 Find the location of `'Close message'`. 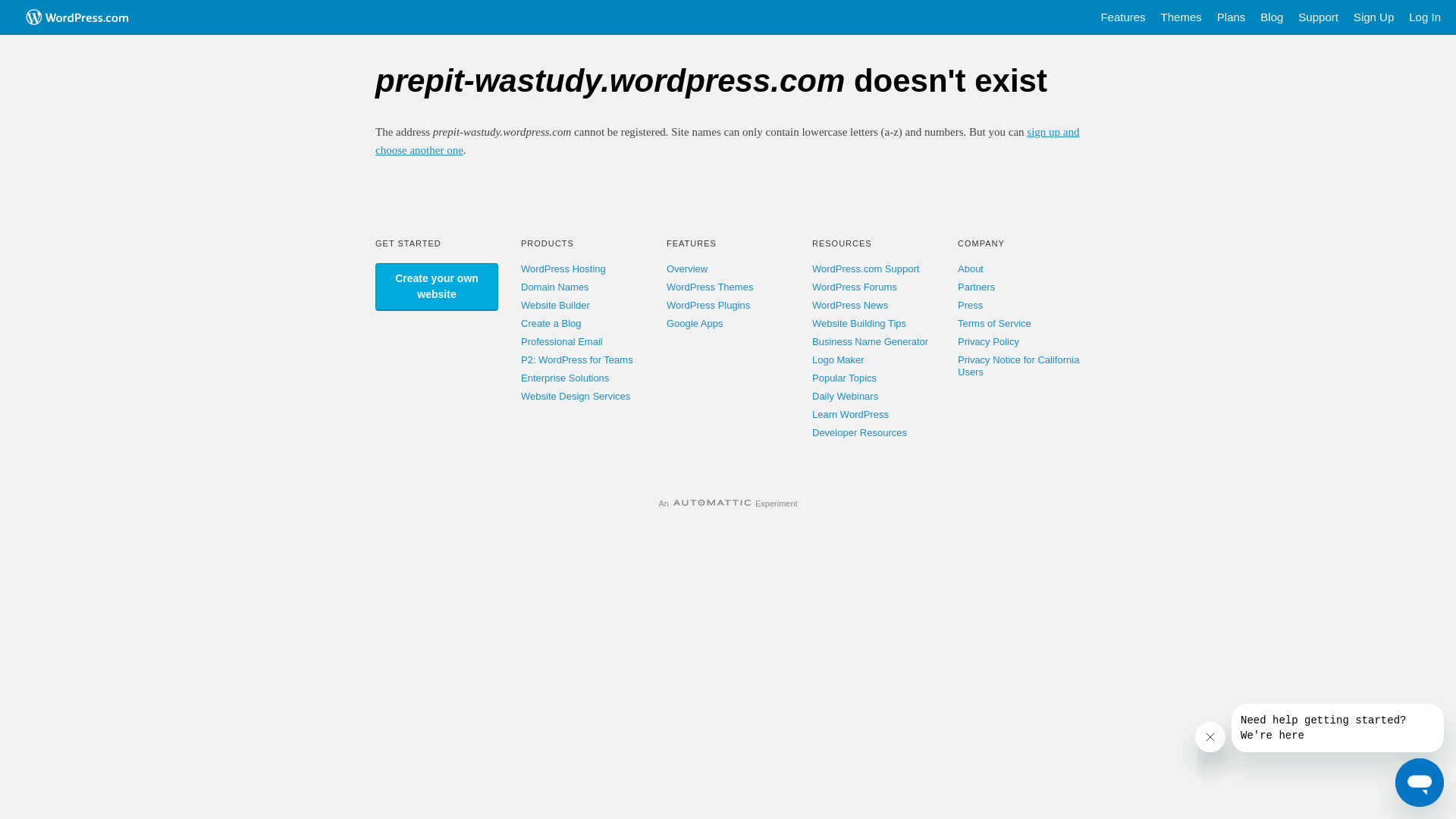

'Close message' is located at coordinates (1210, 736).